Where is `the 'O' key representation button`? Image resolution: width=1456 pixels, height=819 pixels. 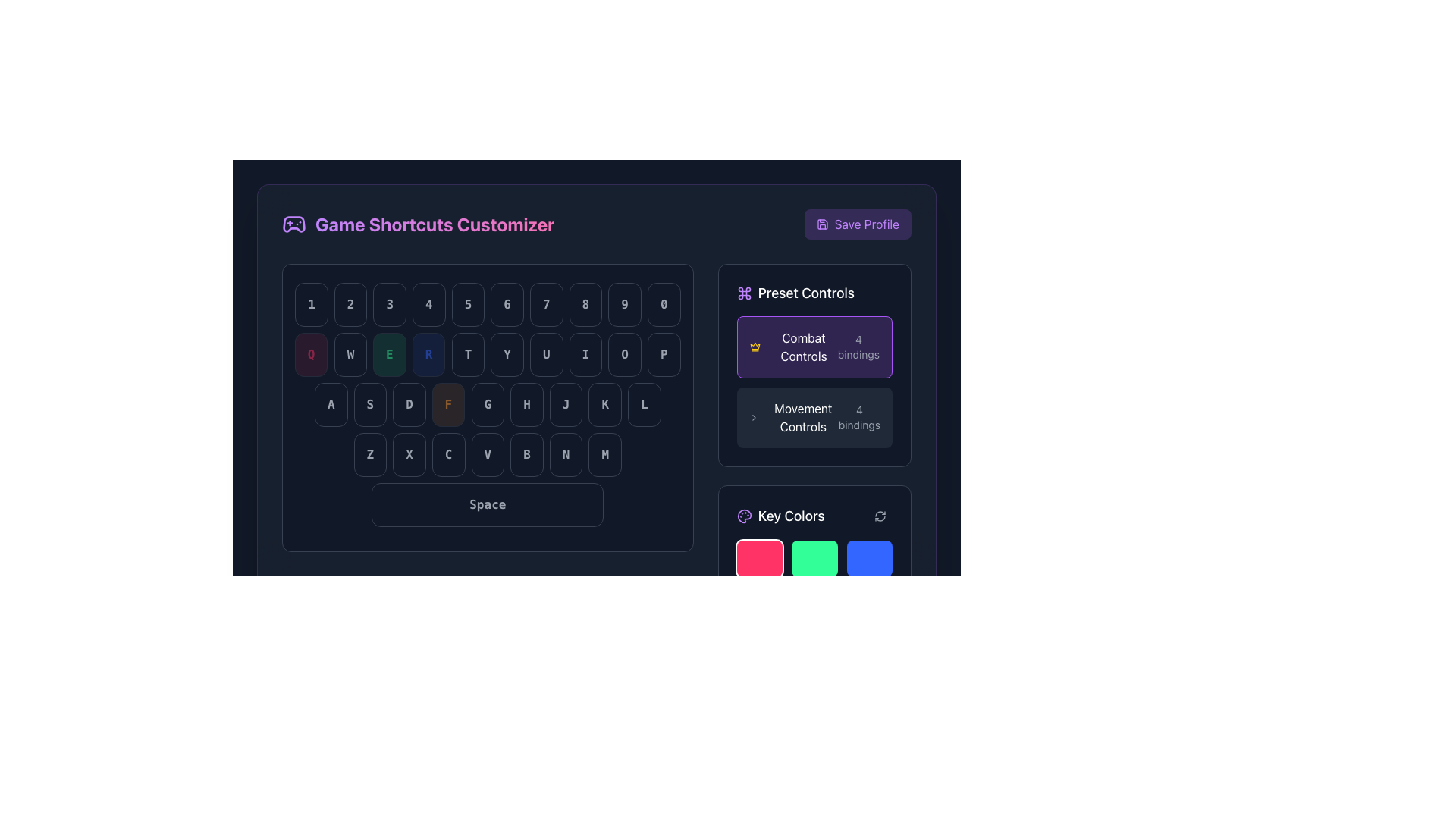 the 'O' key representation button is located at coordinates (625, 354).